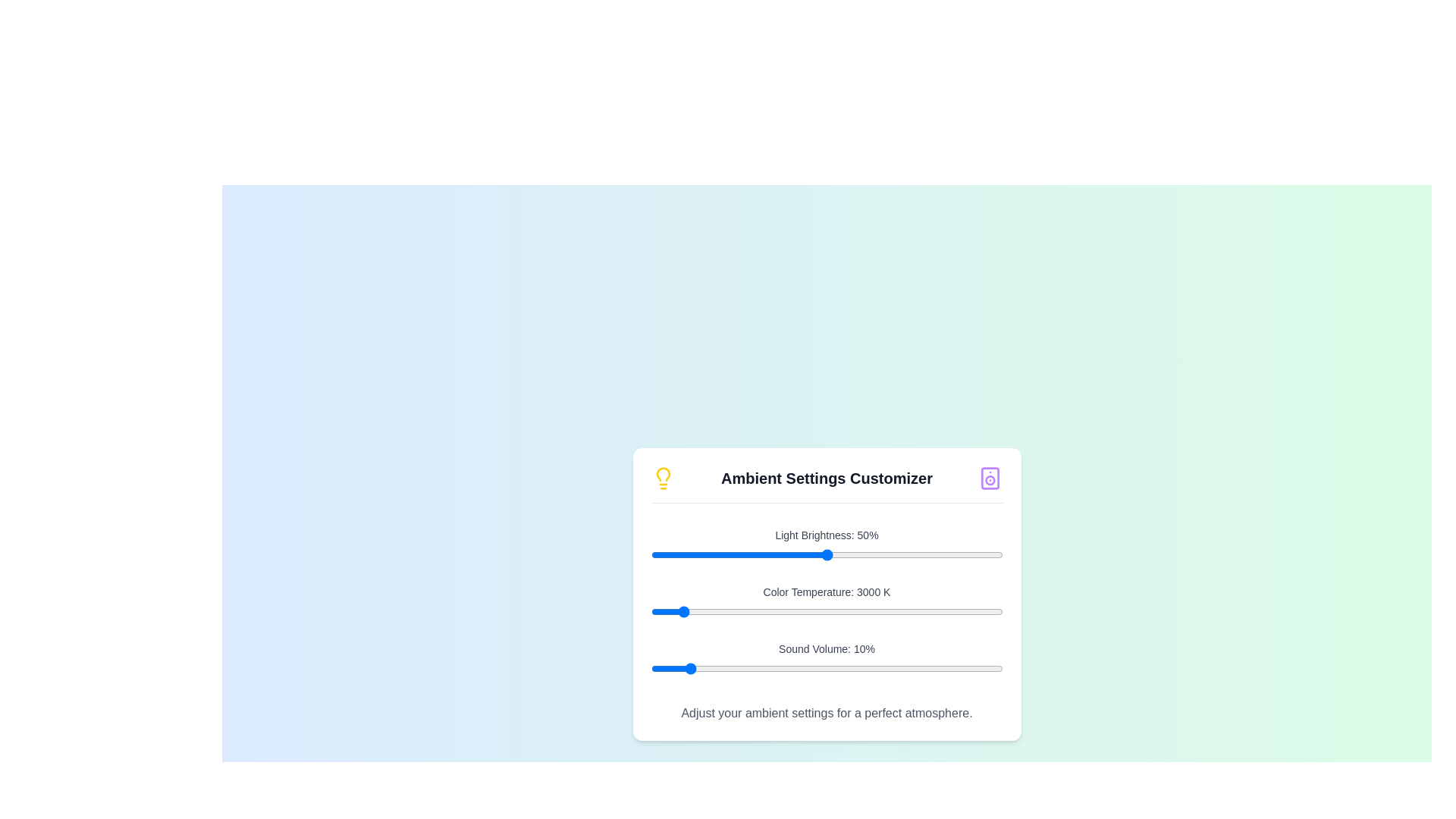 The image size is (1456, 819). What do you see at coordinates (906, 610) in the screenshot?
I see `the color temperature` at bounding box center [906, 610].